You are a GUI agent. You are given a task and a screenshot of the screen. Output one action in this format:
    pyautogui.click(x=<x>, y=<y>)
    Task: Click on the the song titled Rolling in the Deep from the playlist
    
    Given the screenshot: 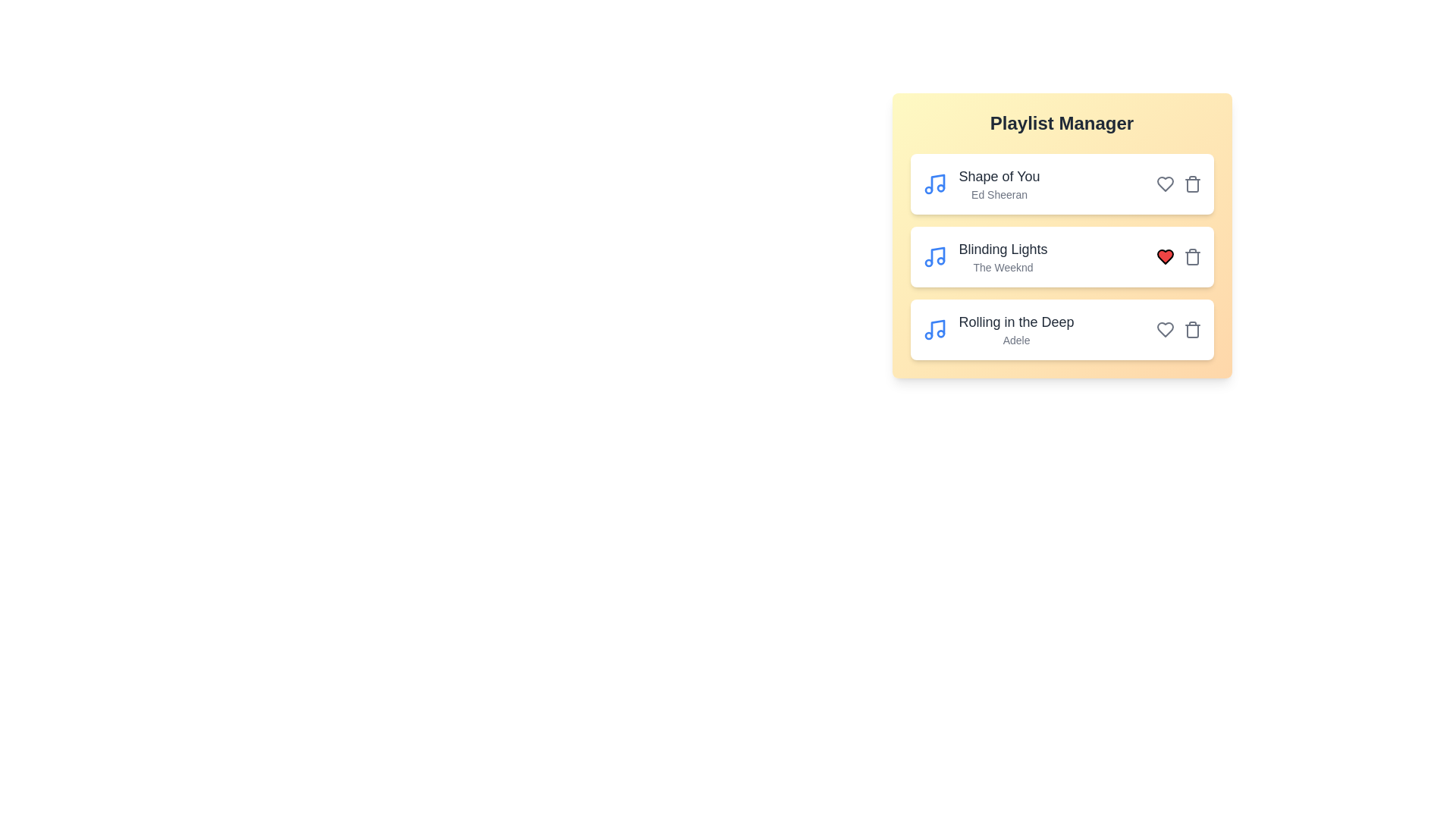 What is the action you would take?
    pyautogui.click(x=1191, y=329)
    